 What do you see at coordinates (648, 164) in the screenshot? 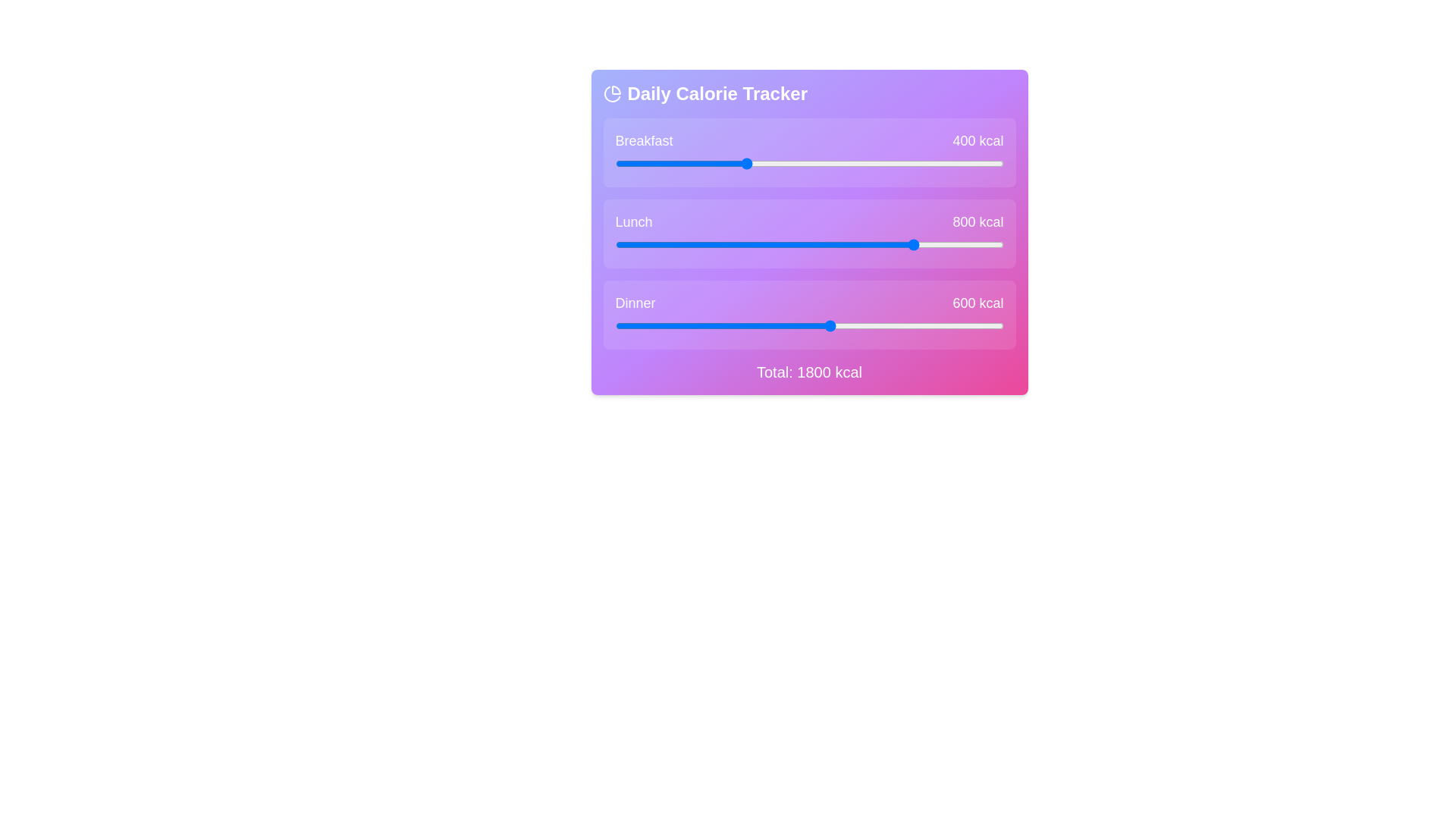
I see `the breakfast calorie value` at bounding box center [648, 164].